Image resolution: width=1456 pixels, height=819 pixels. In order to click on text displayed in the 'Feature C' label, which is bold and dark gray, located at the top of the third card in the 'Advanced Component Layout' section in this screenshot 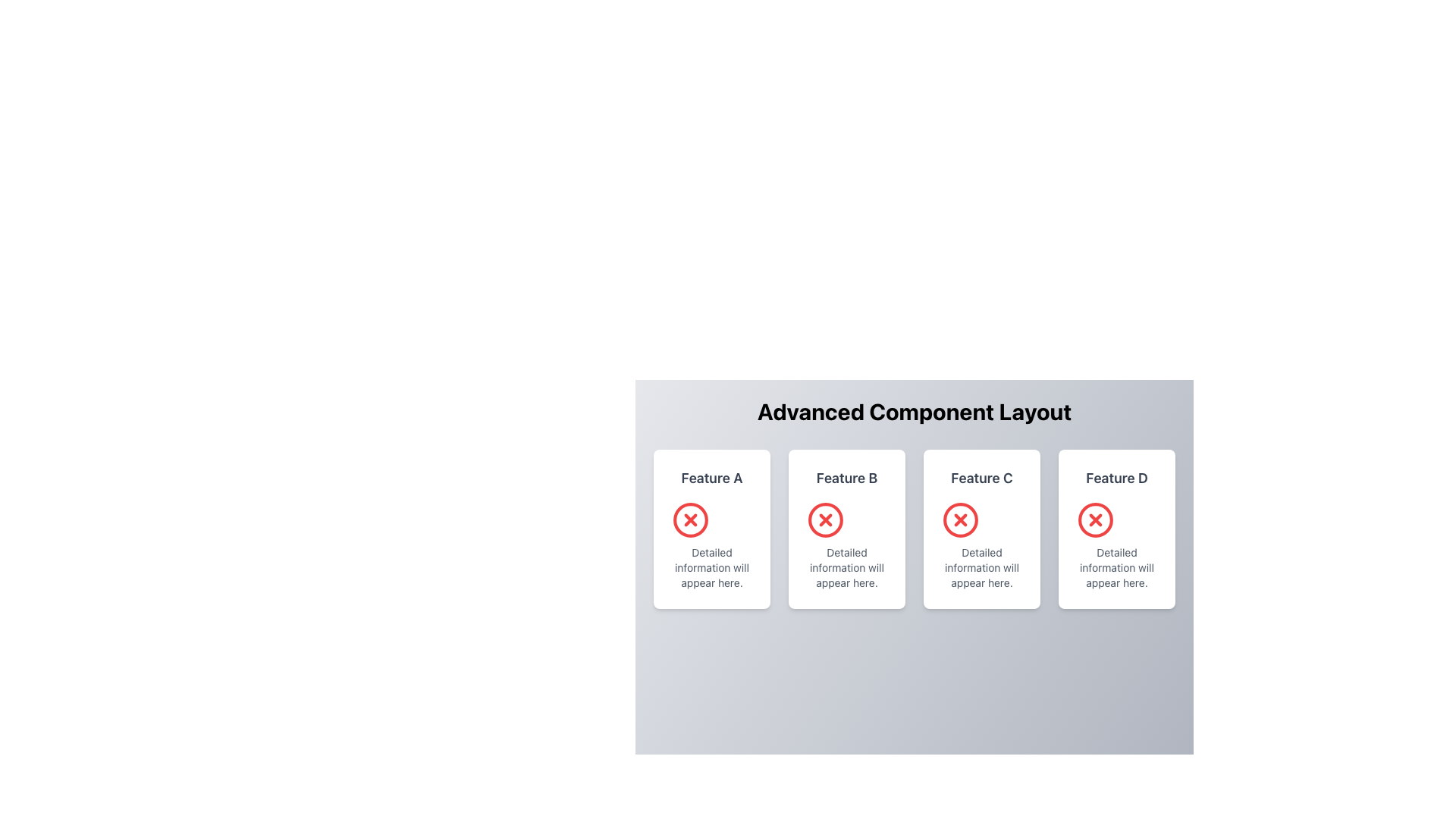, I will do `click(982, 476)`.